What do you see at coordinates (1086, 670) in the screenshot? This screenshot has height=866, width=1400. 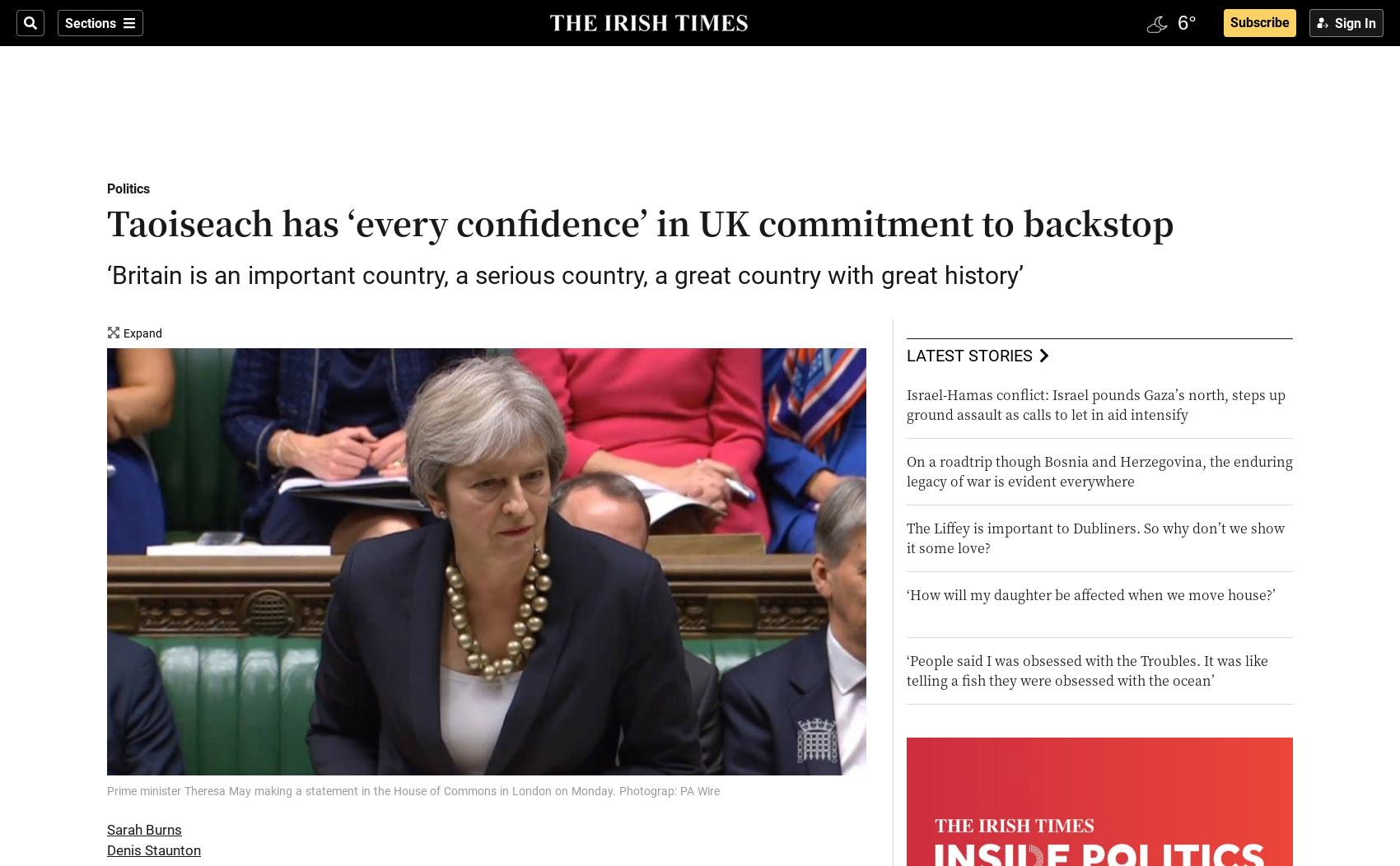 I see `'‘People said I was obsessed with the Troubles. It was like telling a fish they were obsessed with the ocean’'` at bounding box center [1086, 670].